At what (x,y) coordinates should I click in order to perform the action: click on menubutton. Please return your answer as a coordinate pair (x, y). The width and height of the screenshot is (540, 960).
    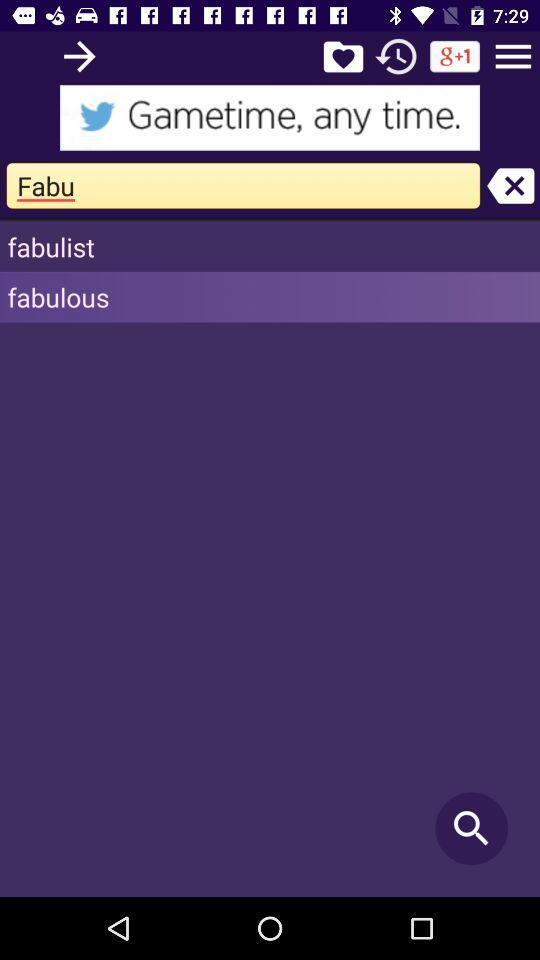
    Looking at the image, I should click on (513, 55).